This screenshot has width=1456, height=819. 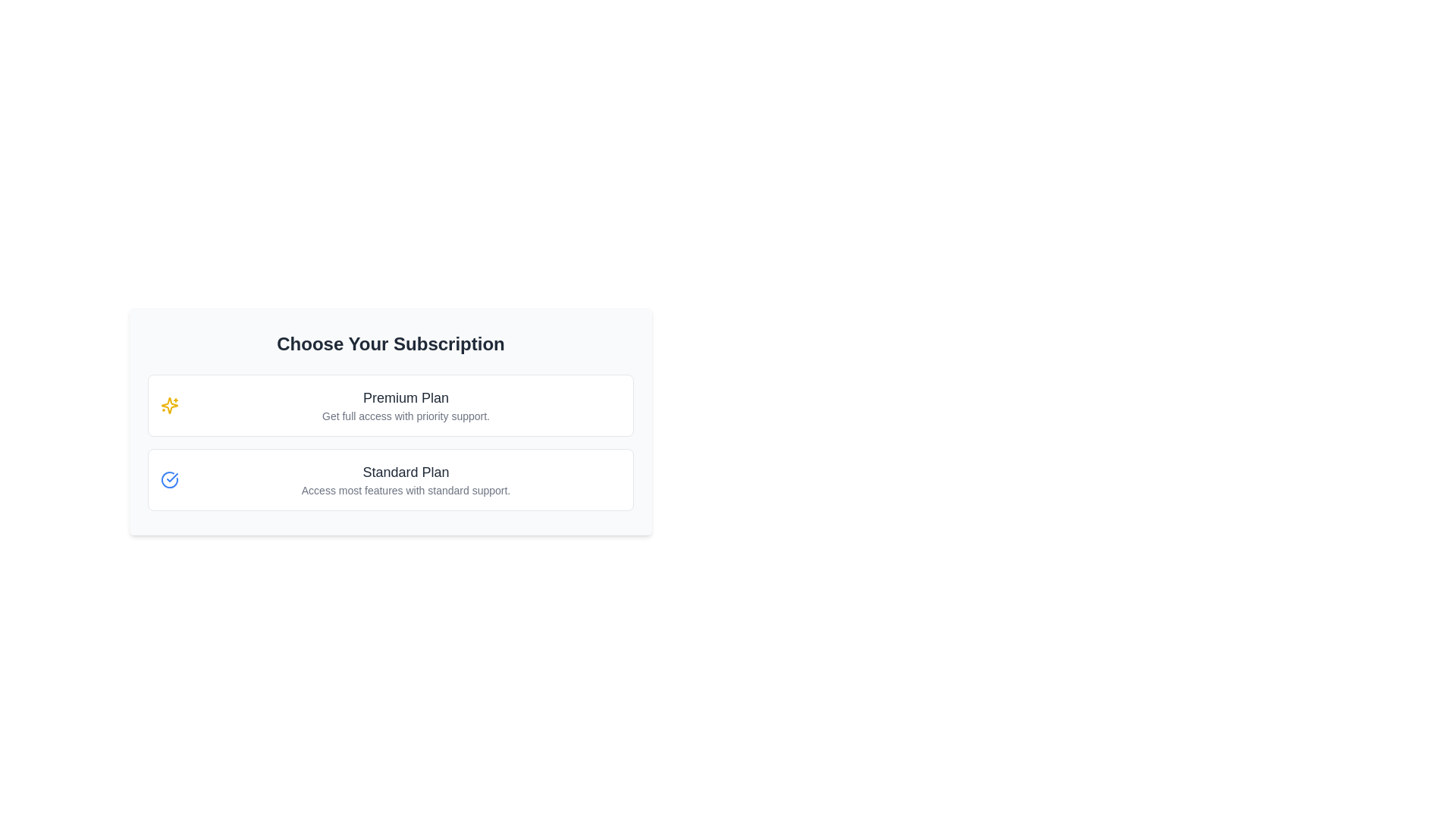 What do you see at coordinates (172, 476) in the screenshot?
I see `the graphical representation of the blue, rounded icon located next to the 'Standard Plan' text in the bottom left segment of the interface` at bounding box center [172, 476].